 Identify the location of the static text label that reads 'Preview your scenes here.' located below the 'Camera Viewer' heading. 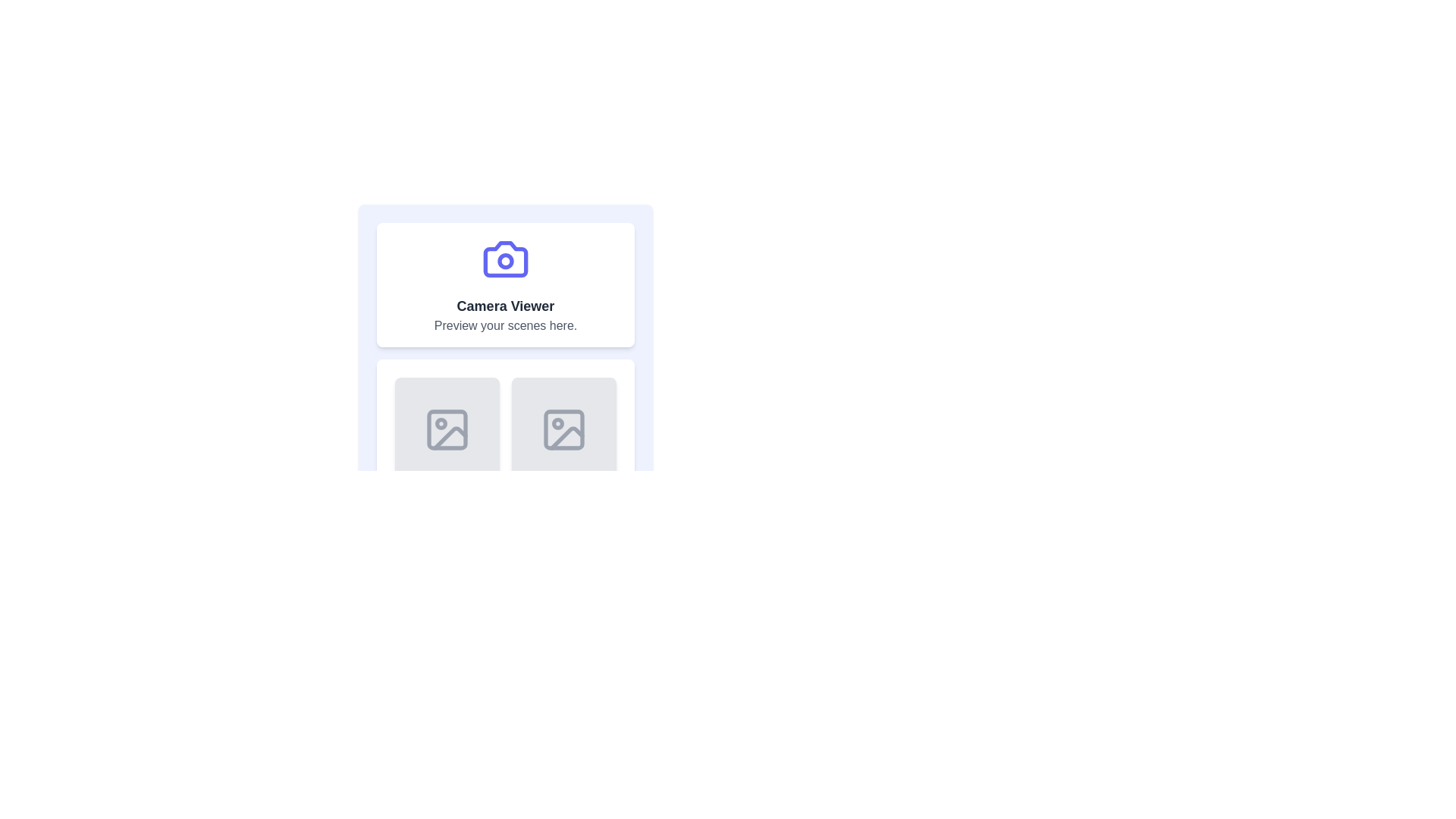
(506, 325).